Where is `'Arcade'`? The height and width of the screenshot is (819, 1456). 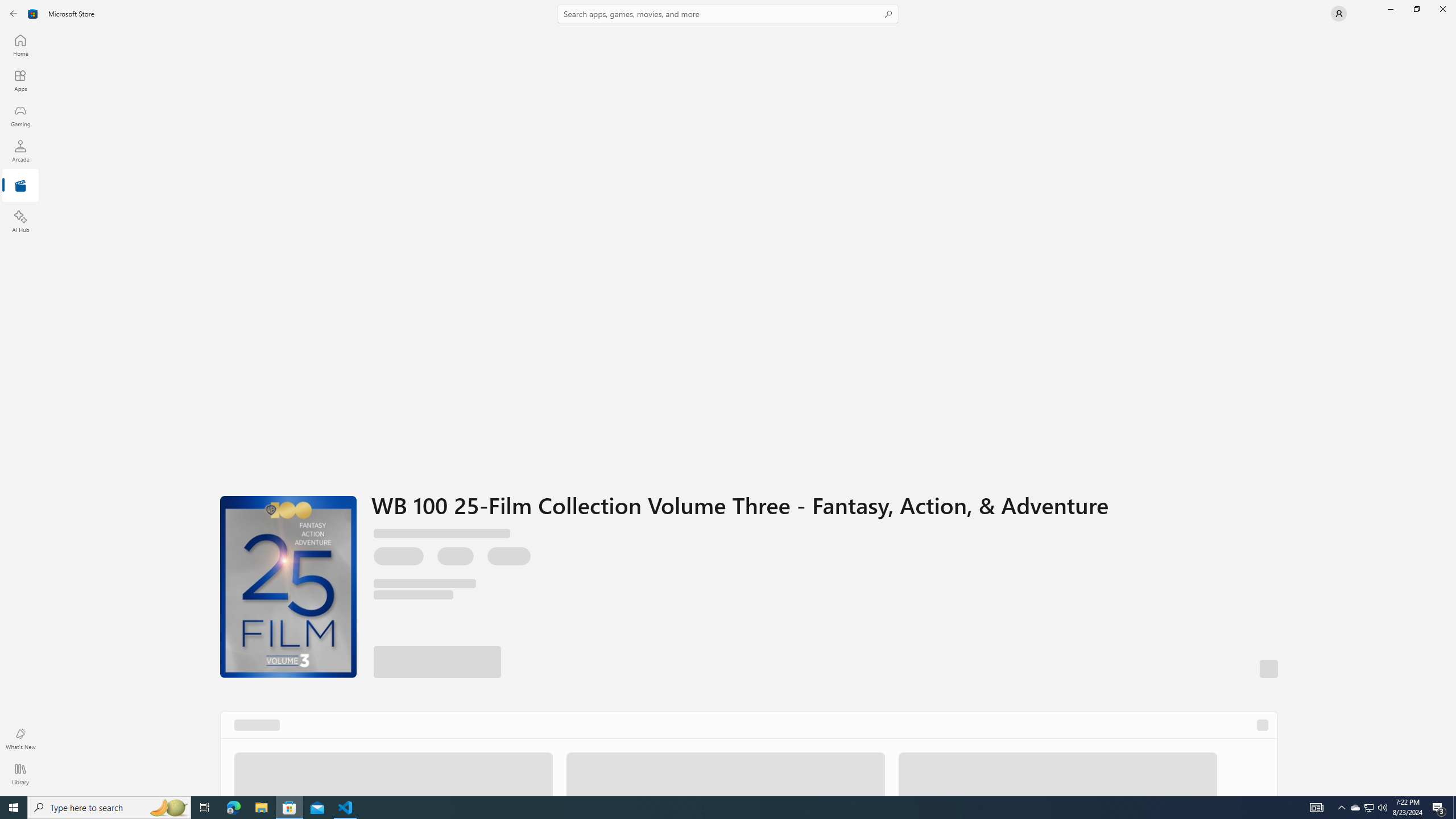 'Arcade' is located at coordinates (19, 150).